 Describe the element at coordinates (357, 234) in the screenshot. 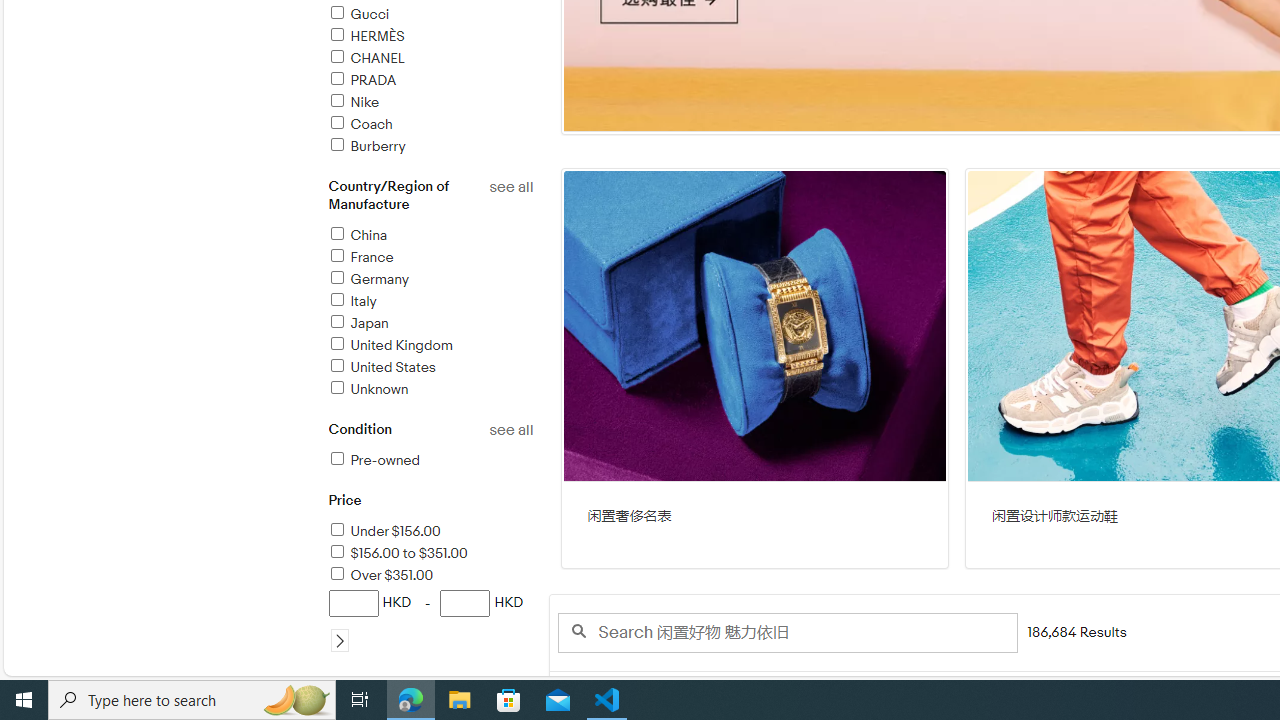

I see `'China'` at that location.